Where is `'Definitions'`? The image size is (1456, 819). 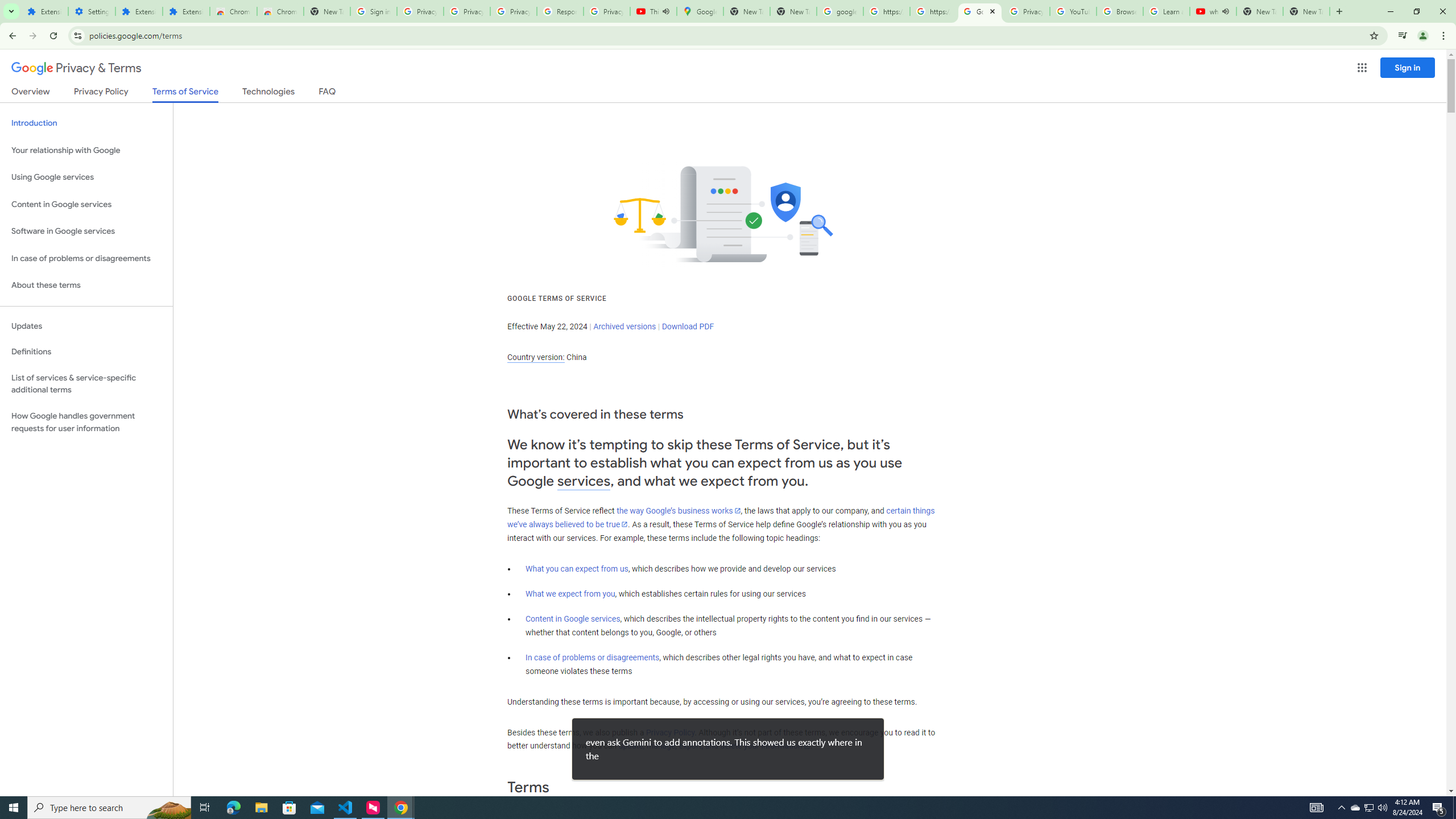
'Definitions' is located at coordinates (86, 351).